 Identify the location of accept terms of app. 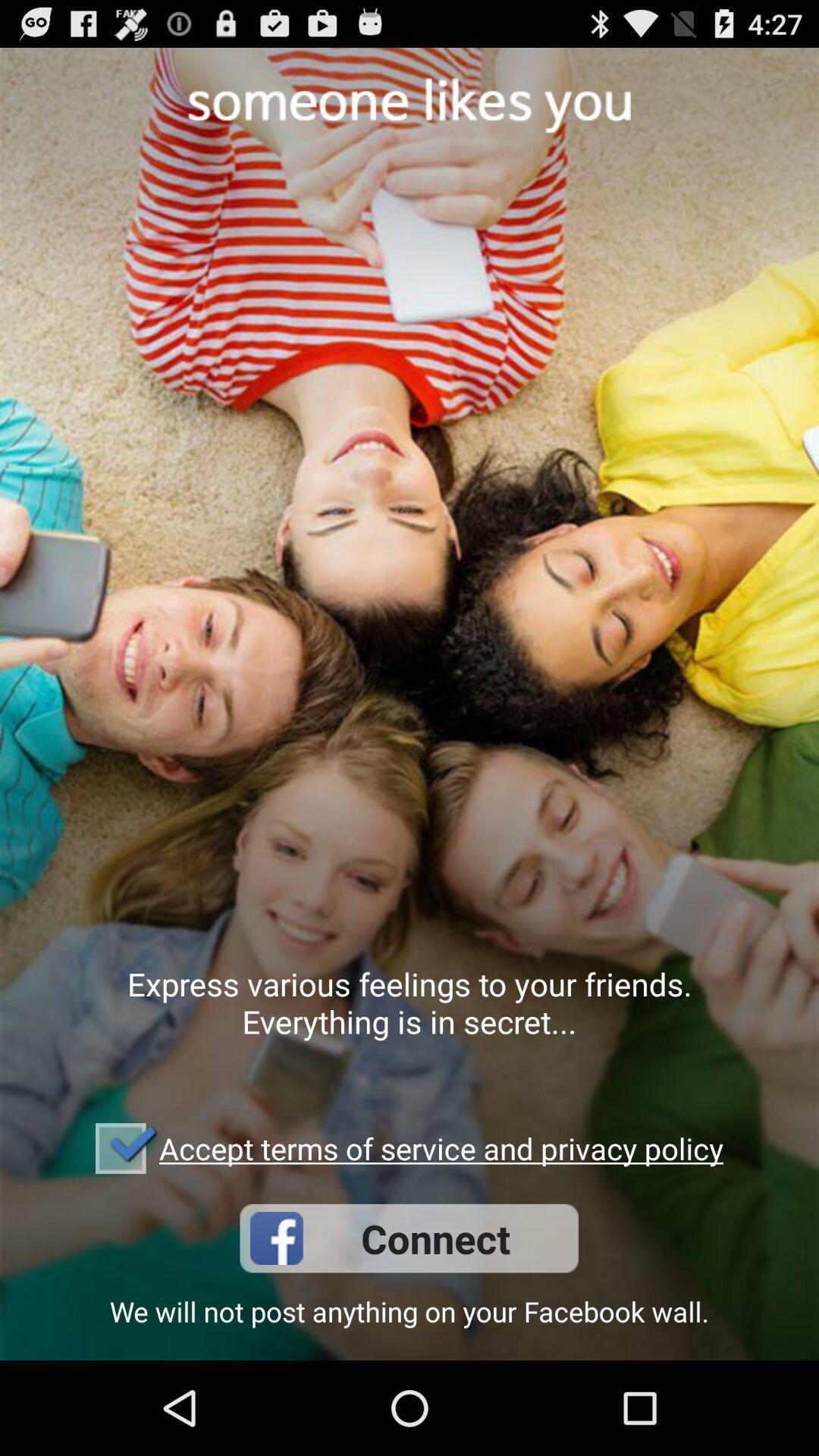
(441, 1148).